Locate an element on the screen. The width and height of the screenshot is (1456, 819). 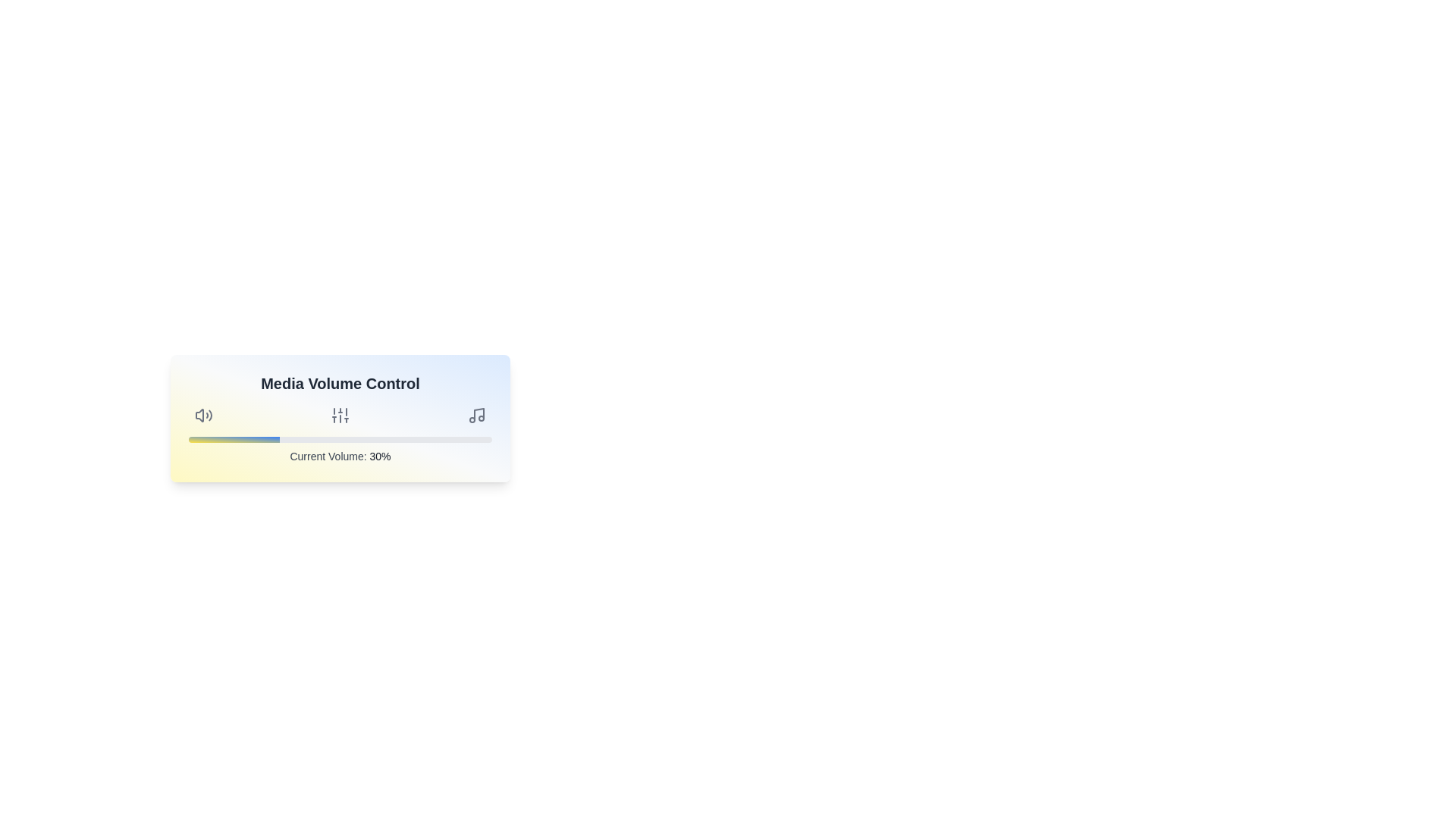
the volume is located at coordinates (340, 439).